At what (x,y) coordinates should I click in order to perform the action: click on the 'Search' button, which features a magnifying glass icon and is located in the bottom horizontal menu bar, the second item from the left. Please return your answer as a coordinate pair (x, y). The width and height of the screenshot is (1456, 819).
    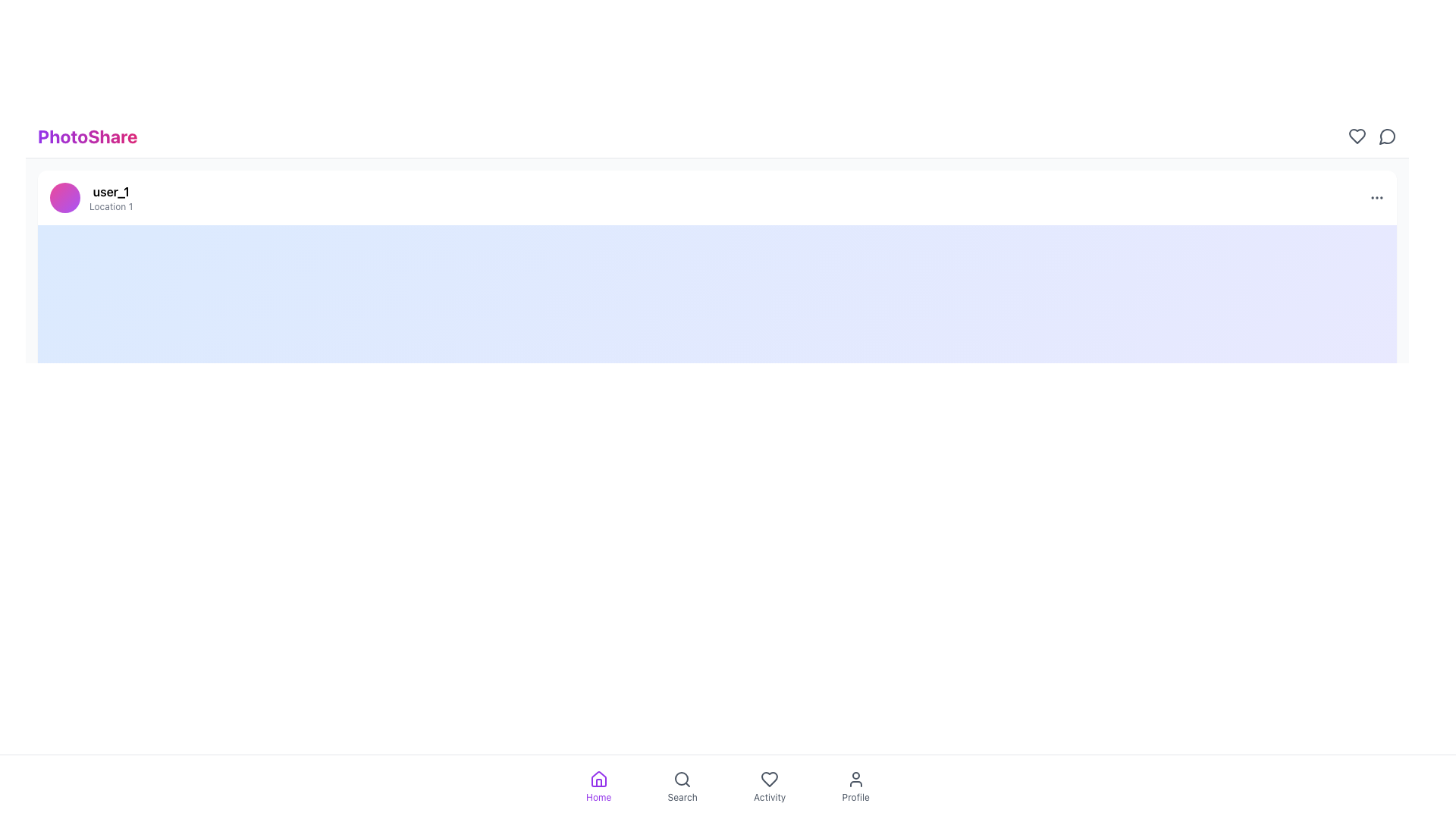
    Looking at the image, I should click on (682, 786).